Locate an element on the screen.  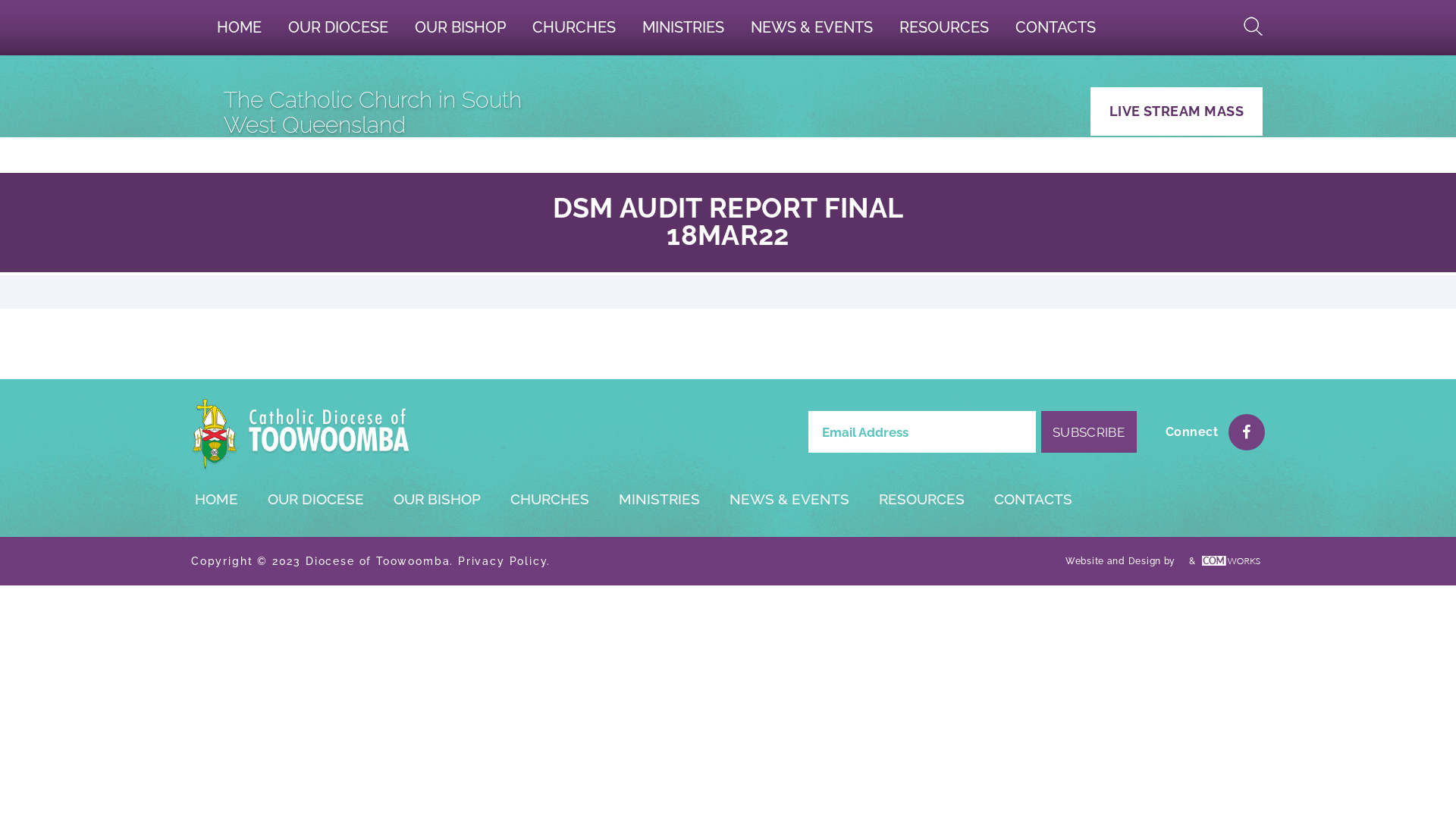
'Subscribe' is located at coordinates (1087, 431).